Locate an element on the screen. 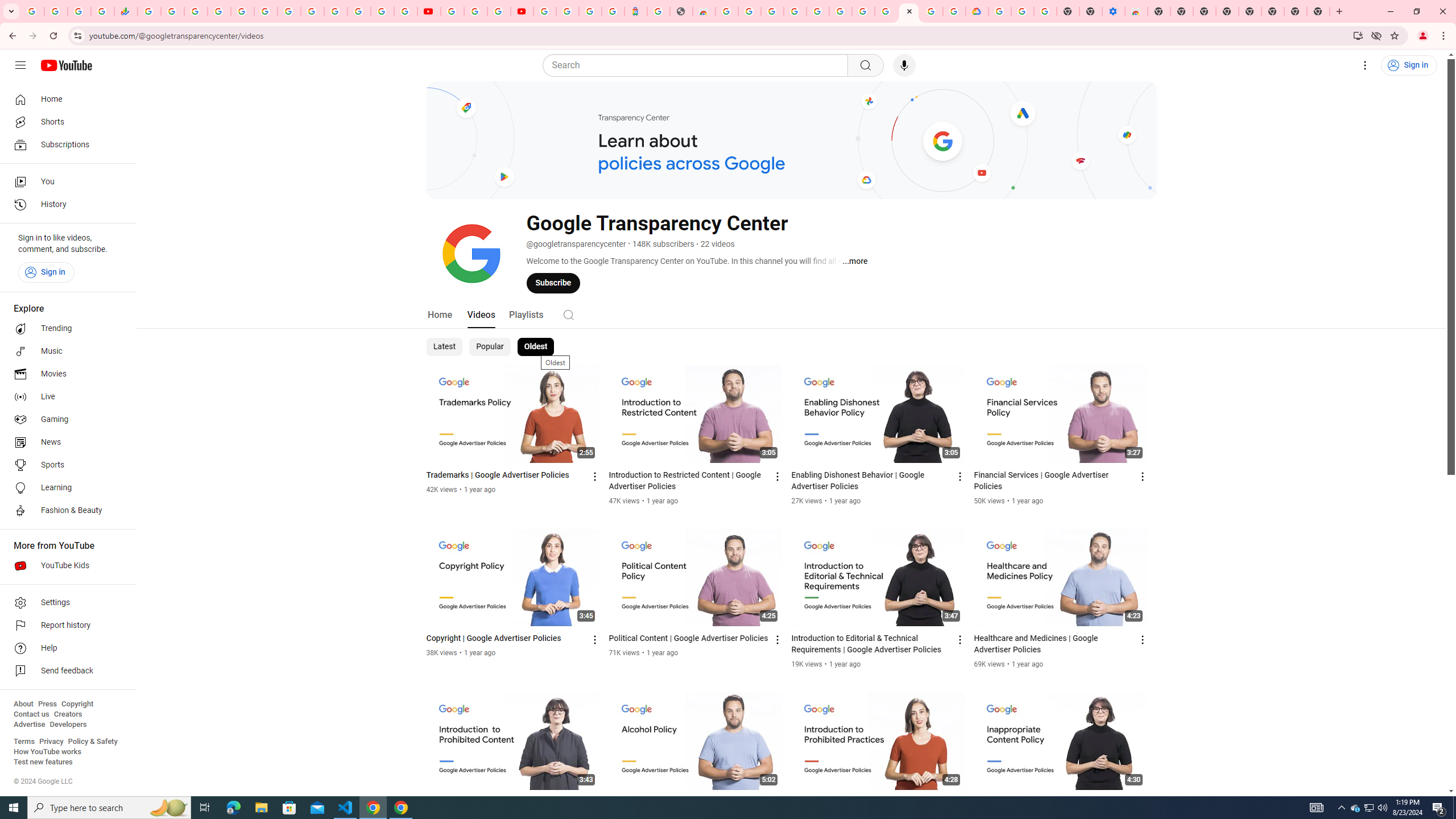 Image resolution: width=1456 pixels, height=819 pixels. 'Create your Google Account' is located at coordinates (498, 11).